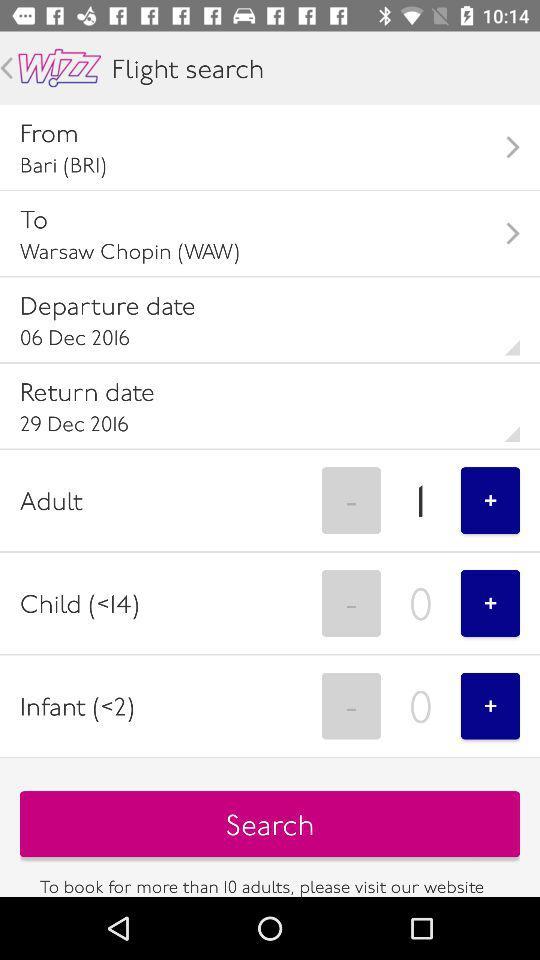 This screenshot has width=540, height=960. I want to click on icon above search button, so click(489, 706).